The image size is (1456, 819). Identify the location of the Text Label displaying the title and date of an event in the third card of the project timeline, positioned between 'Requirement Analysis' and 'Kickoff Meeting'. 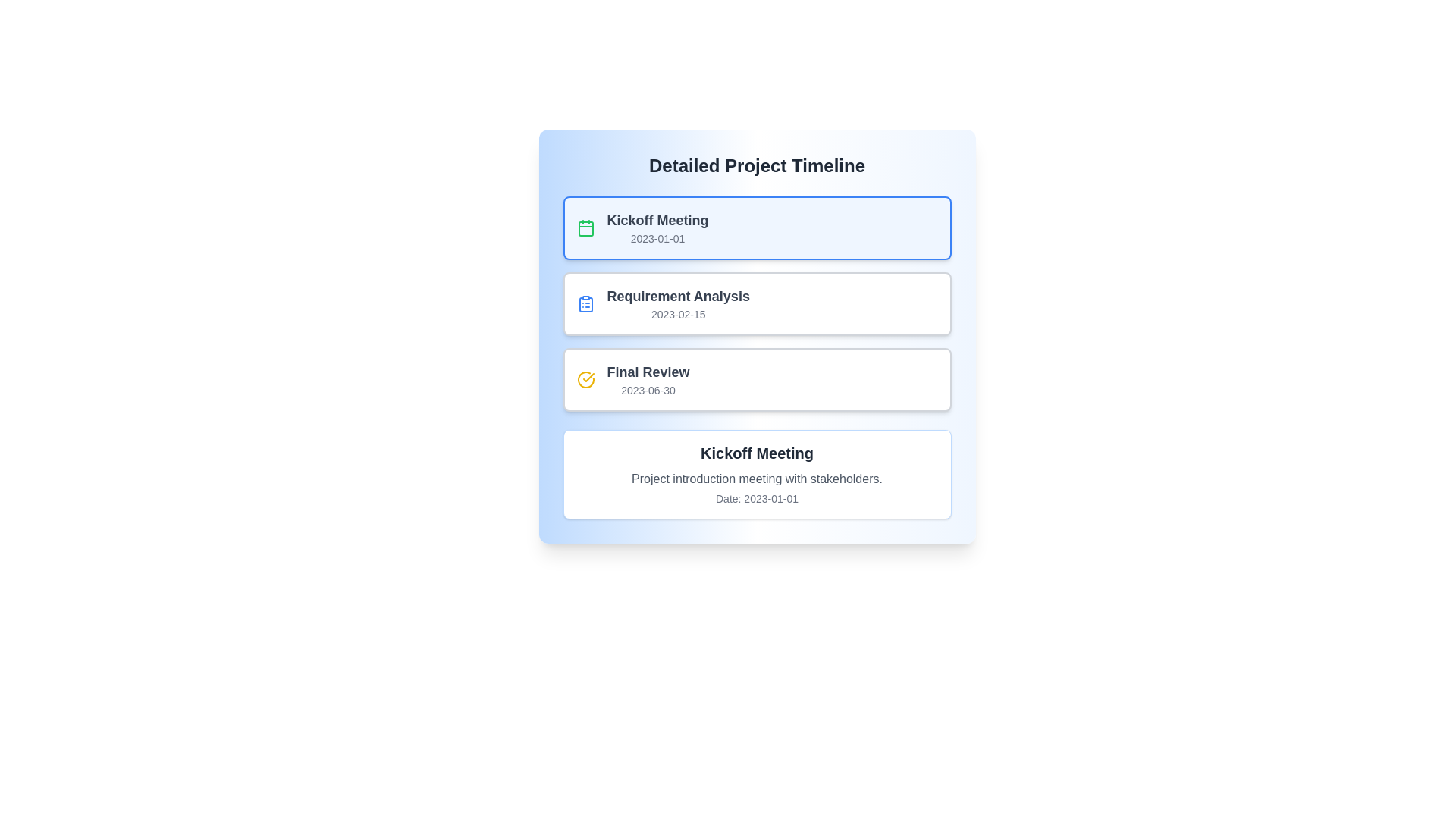
(648, 379).